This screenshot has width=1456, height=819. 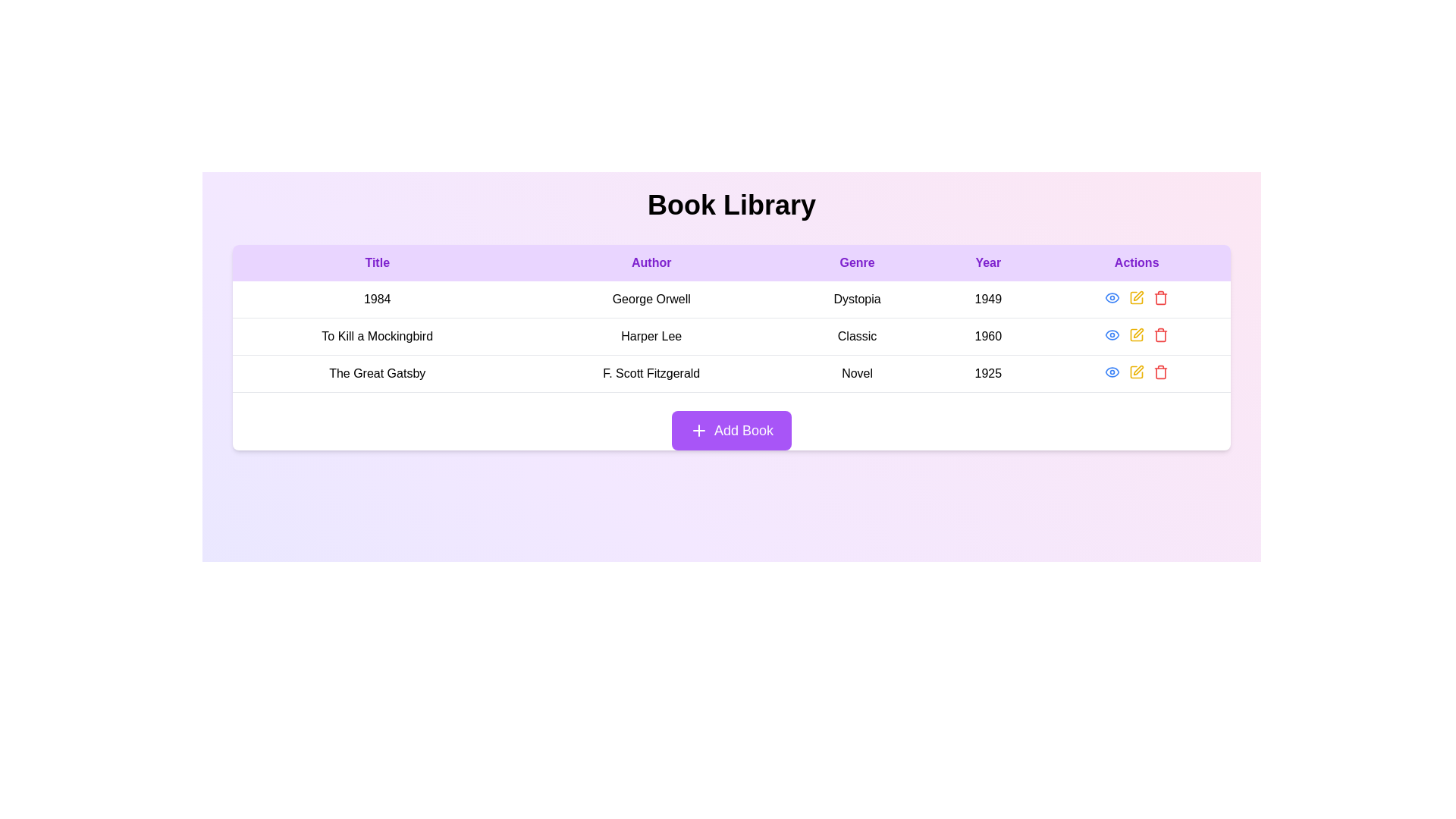 What do you see at coordinates (988, 300) in the screenshot?
I see `the text label displaying the year '1949' in the 'Year' column of the first row of the book table, which aligns with the book '1984'` at bounding box center [988, 300].